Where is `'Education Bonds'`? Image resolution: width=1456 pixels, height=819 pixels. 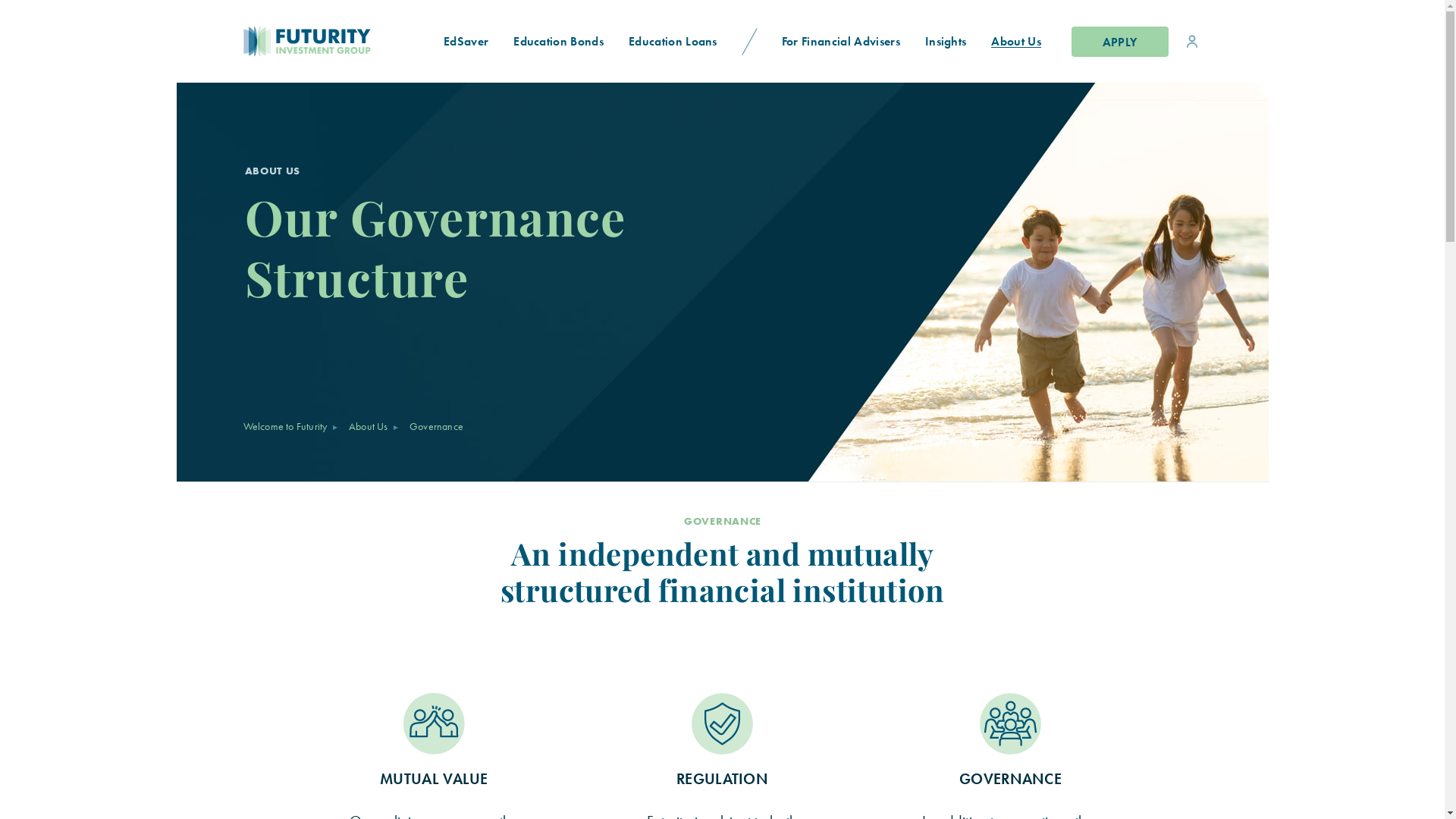 'Education Bonds' is located at coordinates (558, 40).